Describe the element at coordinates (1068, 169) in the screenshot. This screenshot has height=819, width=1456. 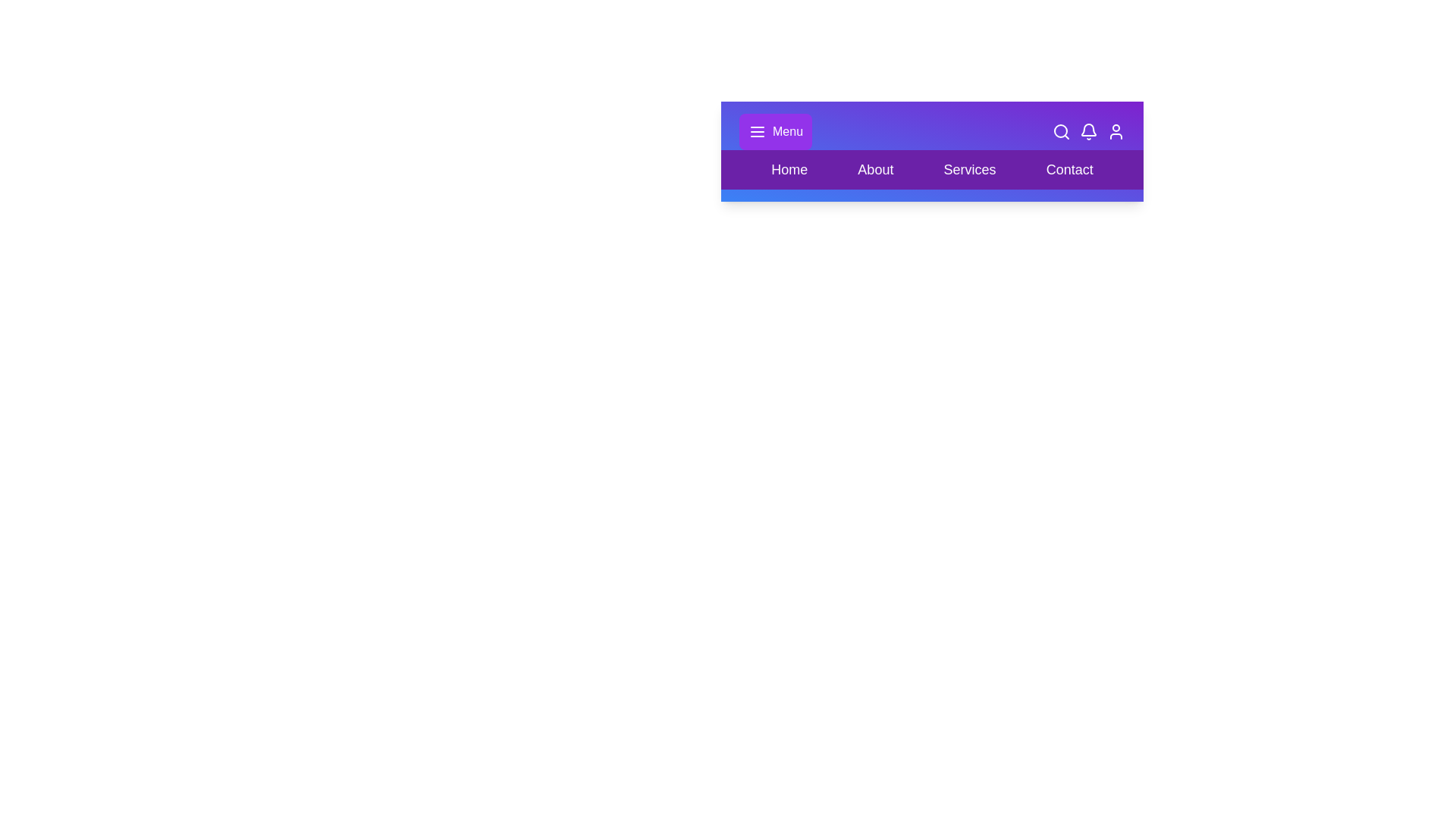
I see `the navigation option Contact` at that location.